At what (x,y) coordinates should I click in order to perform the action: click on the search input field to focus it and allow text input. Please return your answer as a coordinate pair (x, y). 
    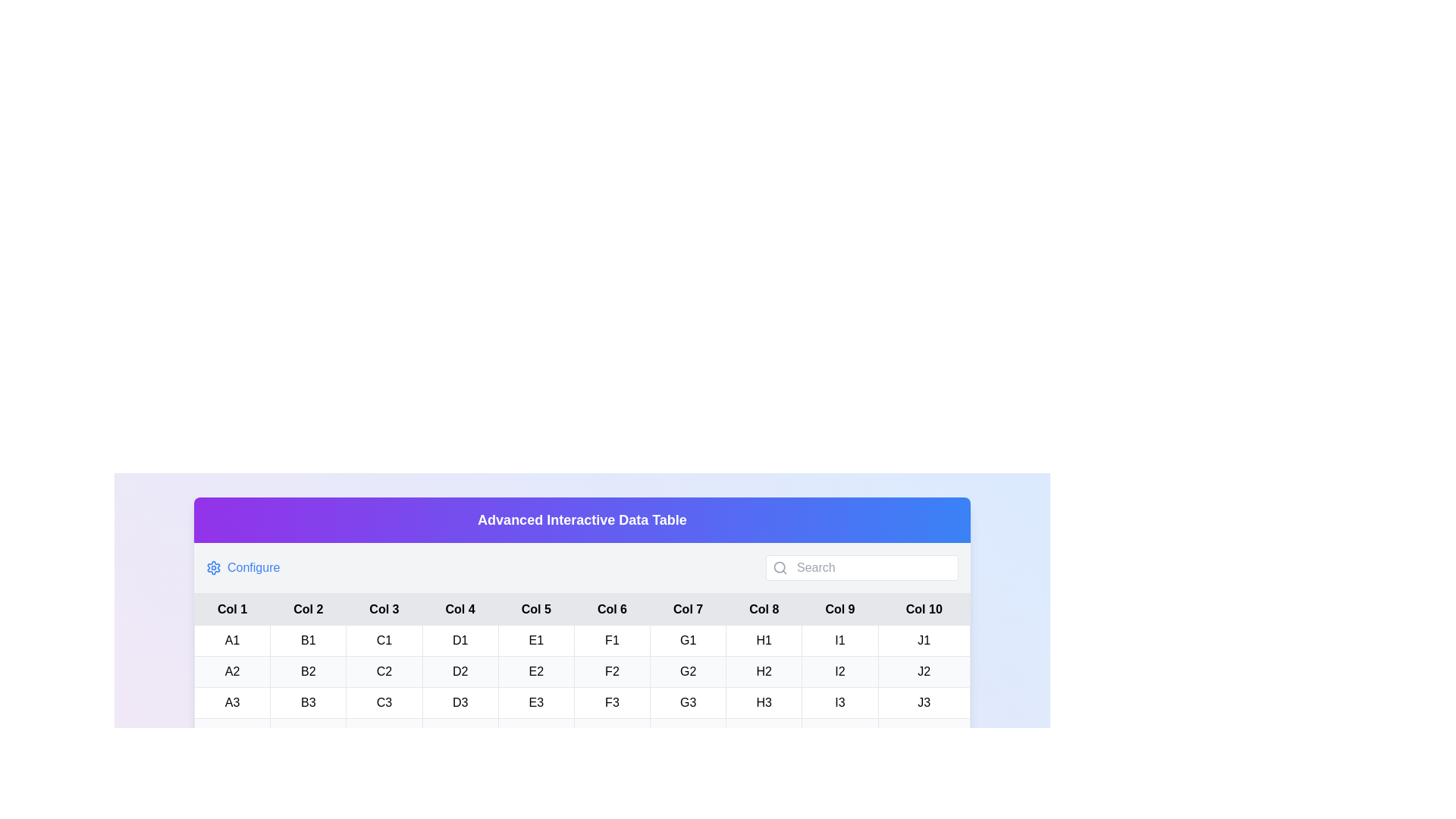
    Looking at the image, I should click on (873, 567).